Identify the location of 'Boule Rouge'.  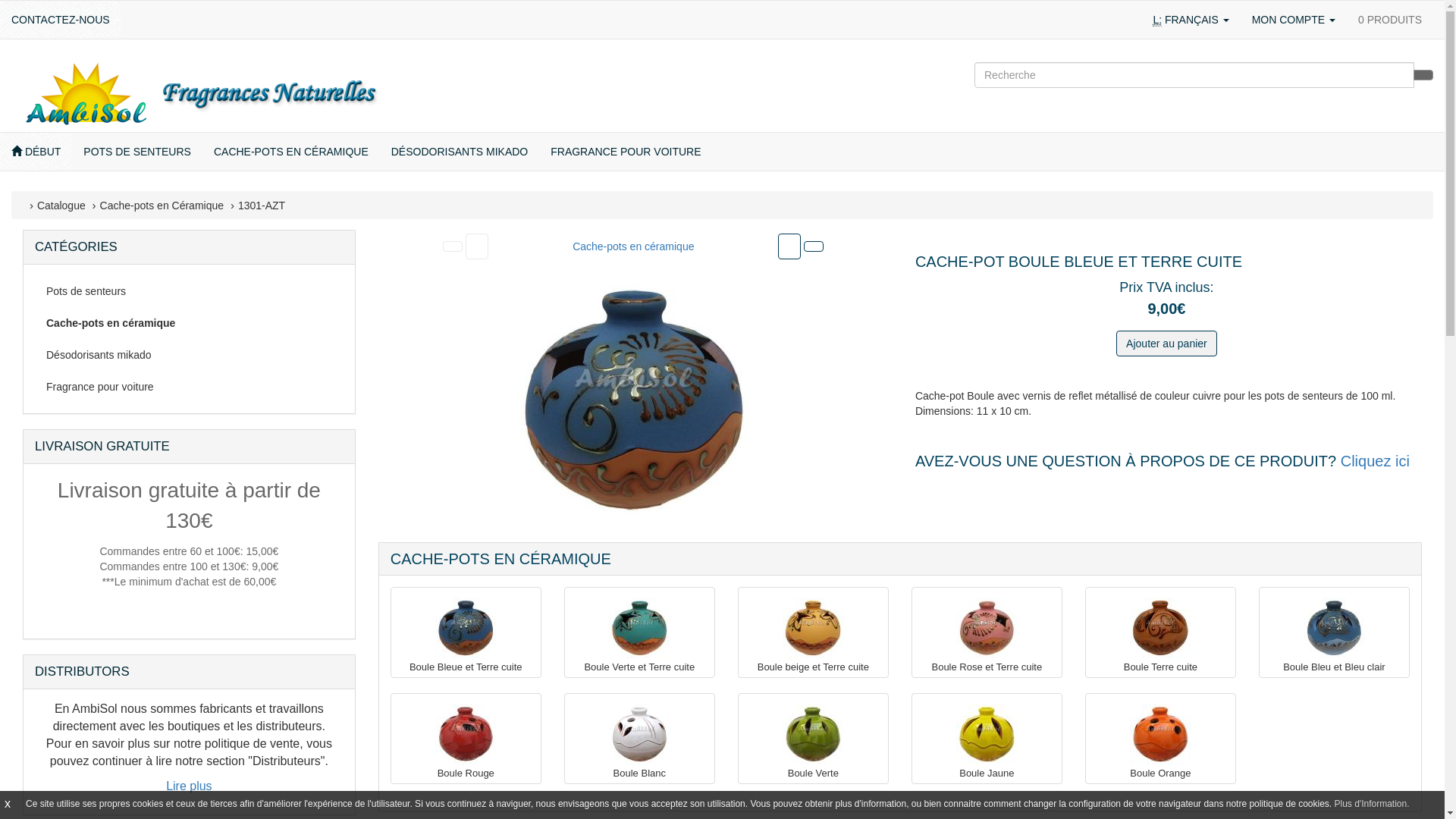
(465, 733).